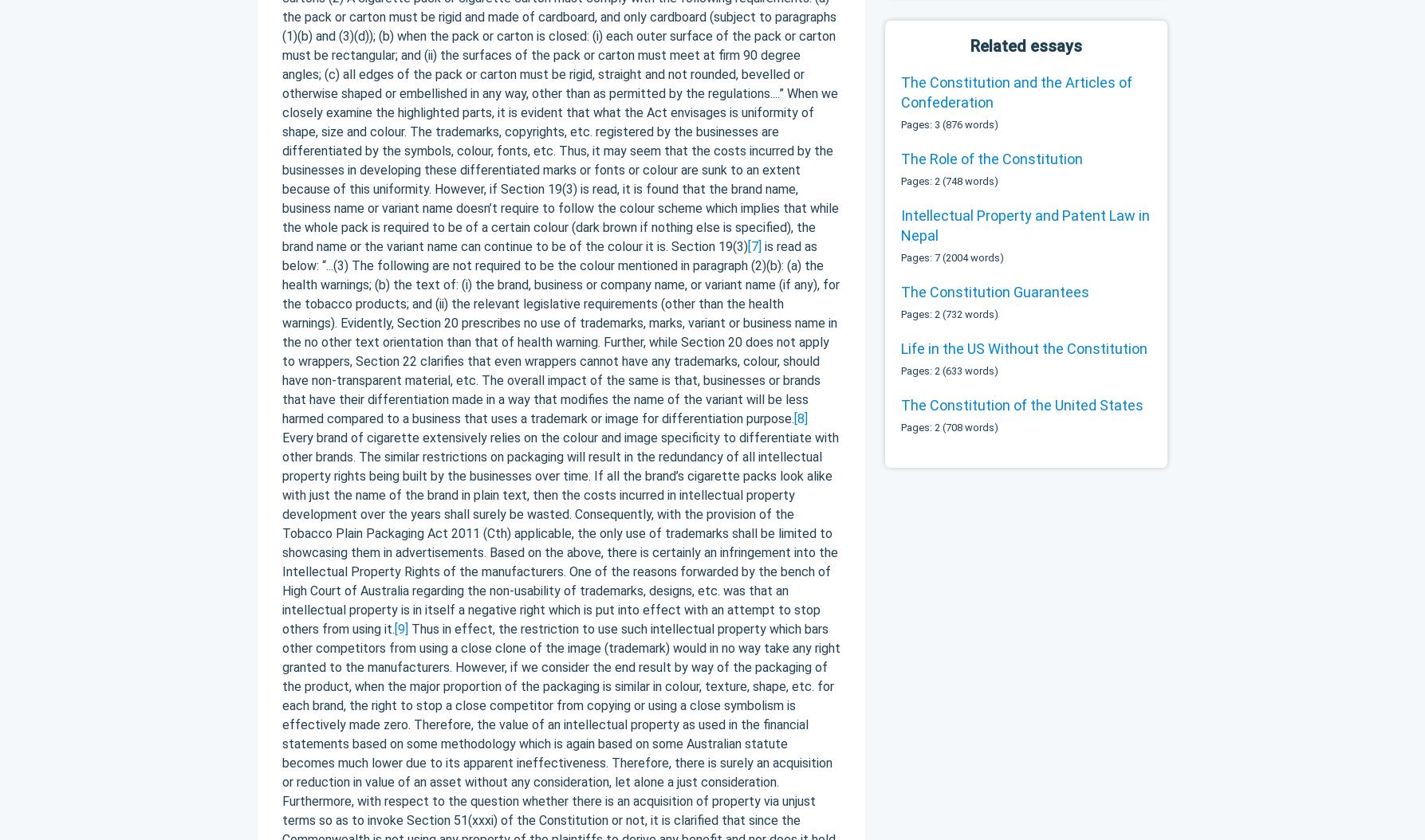 This screenshot has height=840, width=1425. I want to click on 'Pages: 2 (748 words)', so click(900, 180).